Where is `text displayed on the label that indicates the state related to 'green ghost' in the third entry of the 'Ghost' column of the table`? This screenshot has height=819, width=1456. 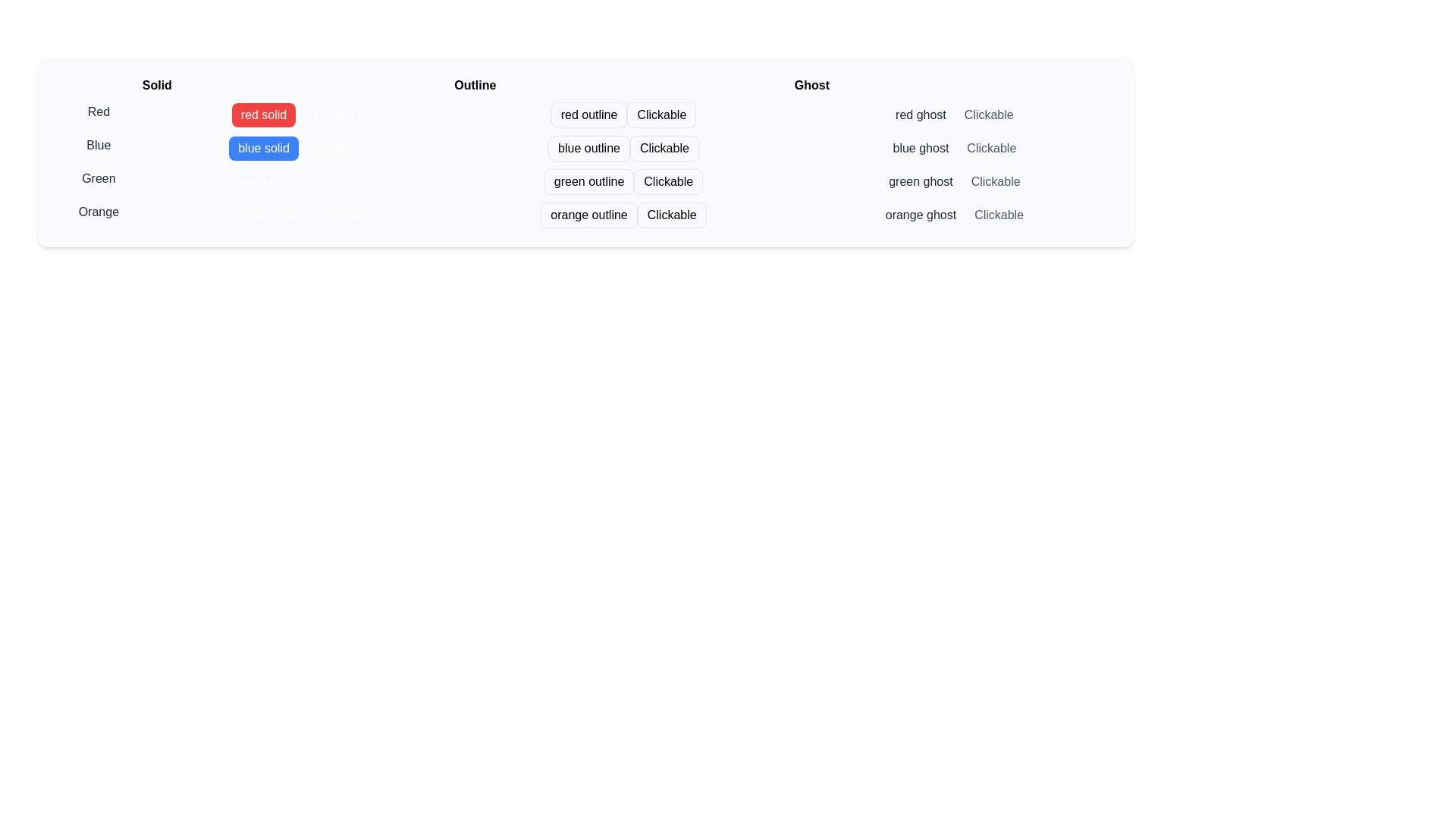
text displayed on the label that indicates the state related to 'green ghost' in the third entry of the 'Ghost' column of the table is located at coordinates (953, 177).